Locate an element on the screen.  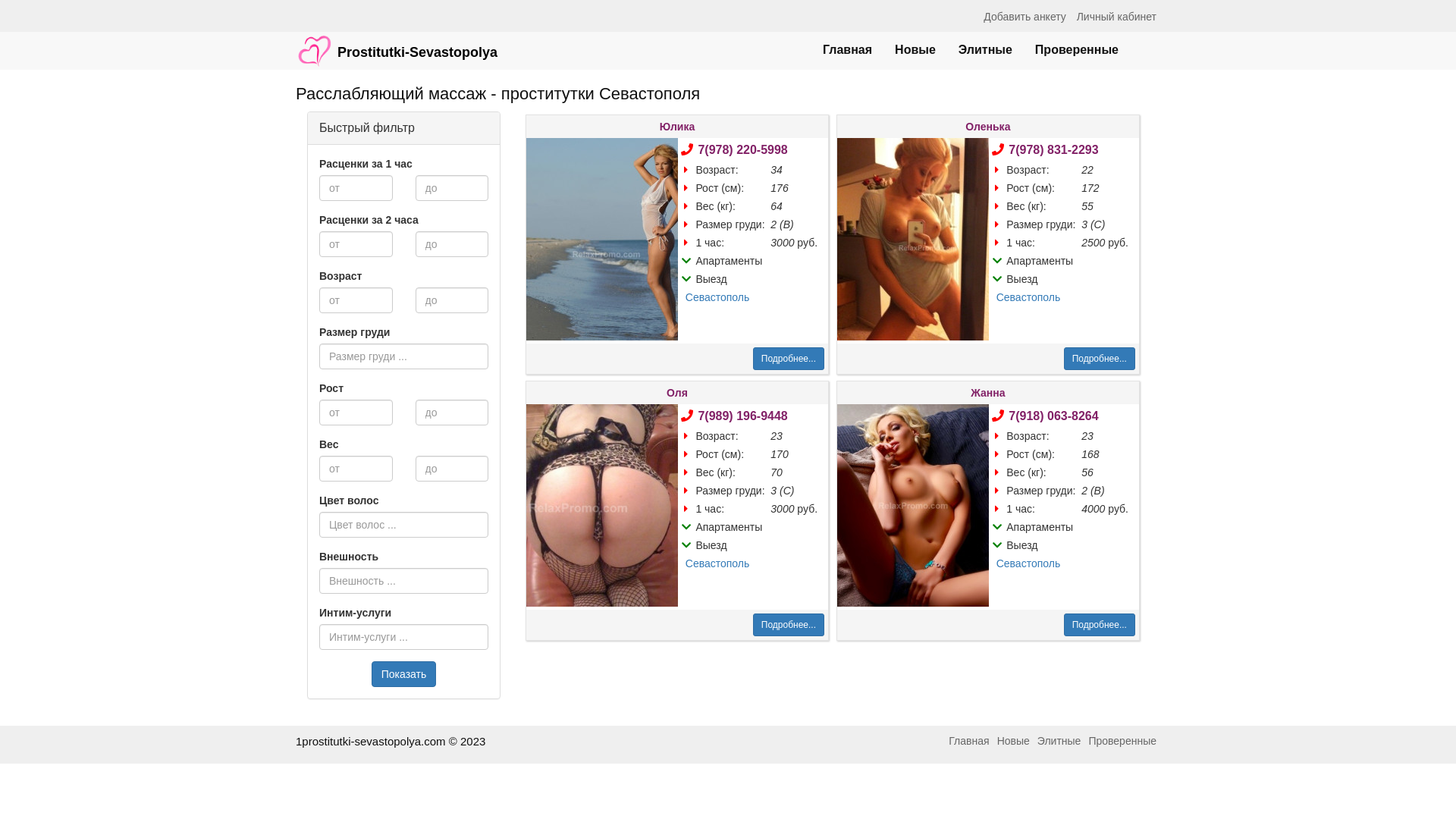
'Prostitutki-Sevastopolya' is located at coordinates (397, 42).